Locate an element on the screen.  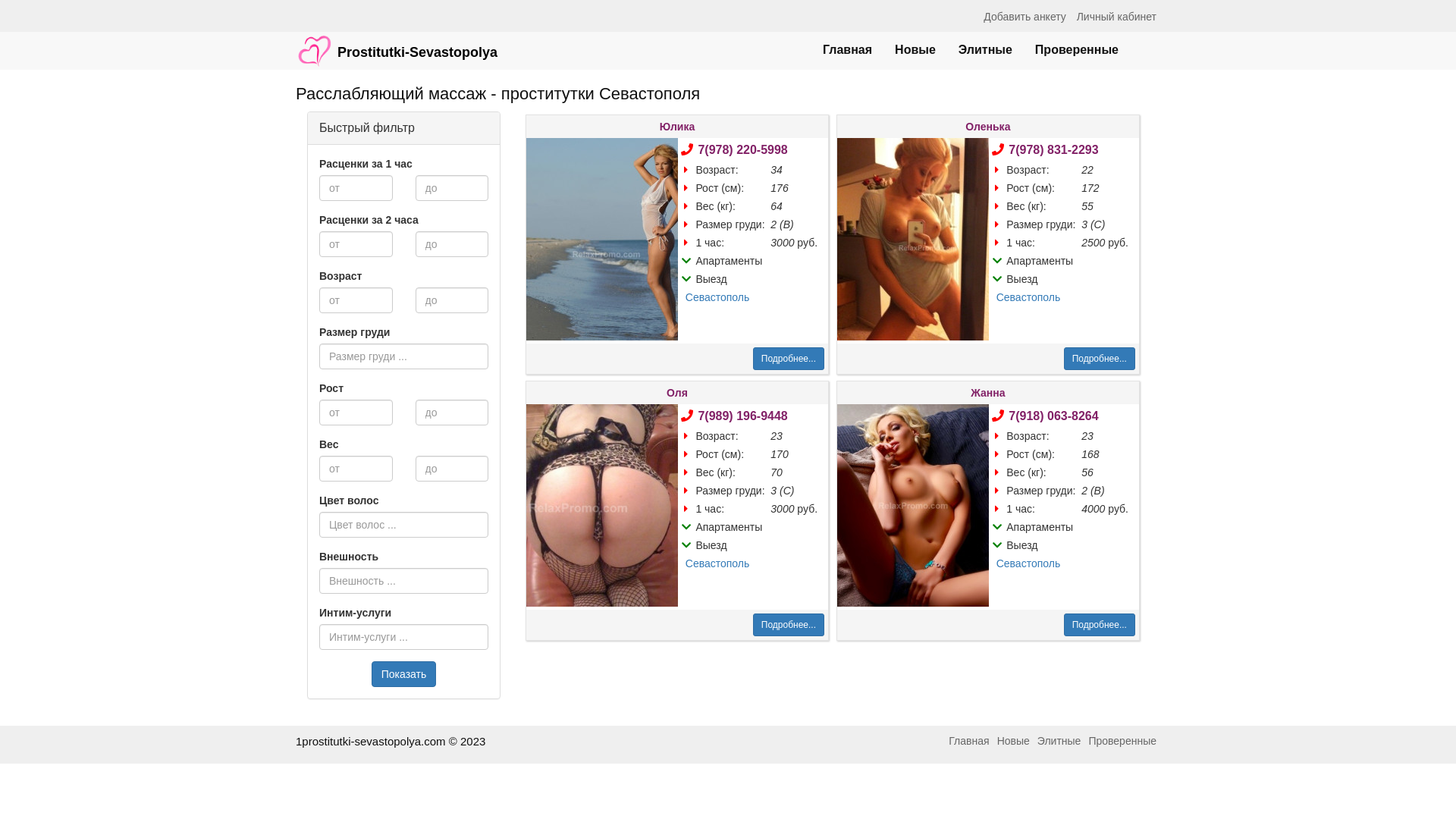
'Prostitutki-Sevastopolya' is located at coordinates (397, 42).